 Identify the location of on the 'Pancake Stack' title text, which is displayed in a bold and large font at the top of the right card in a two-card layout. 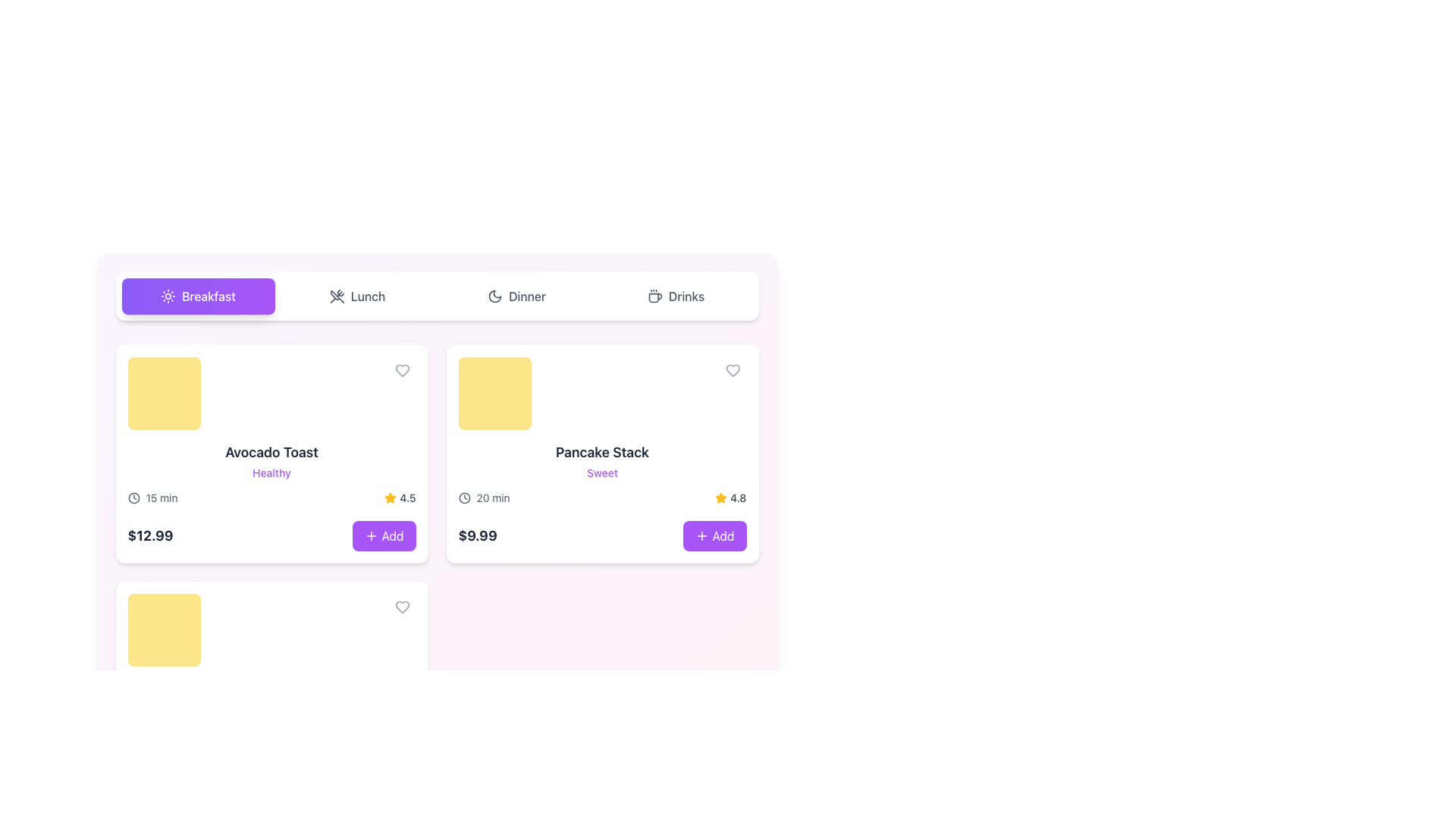
(601, 452).